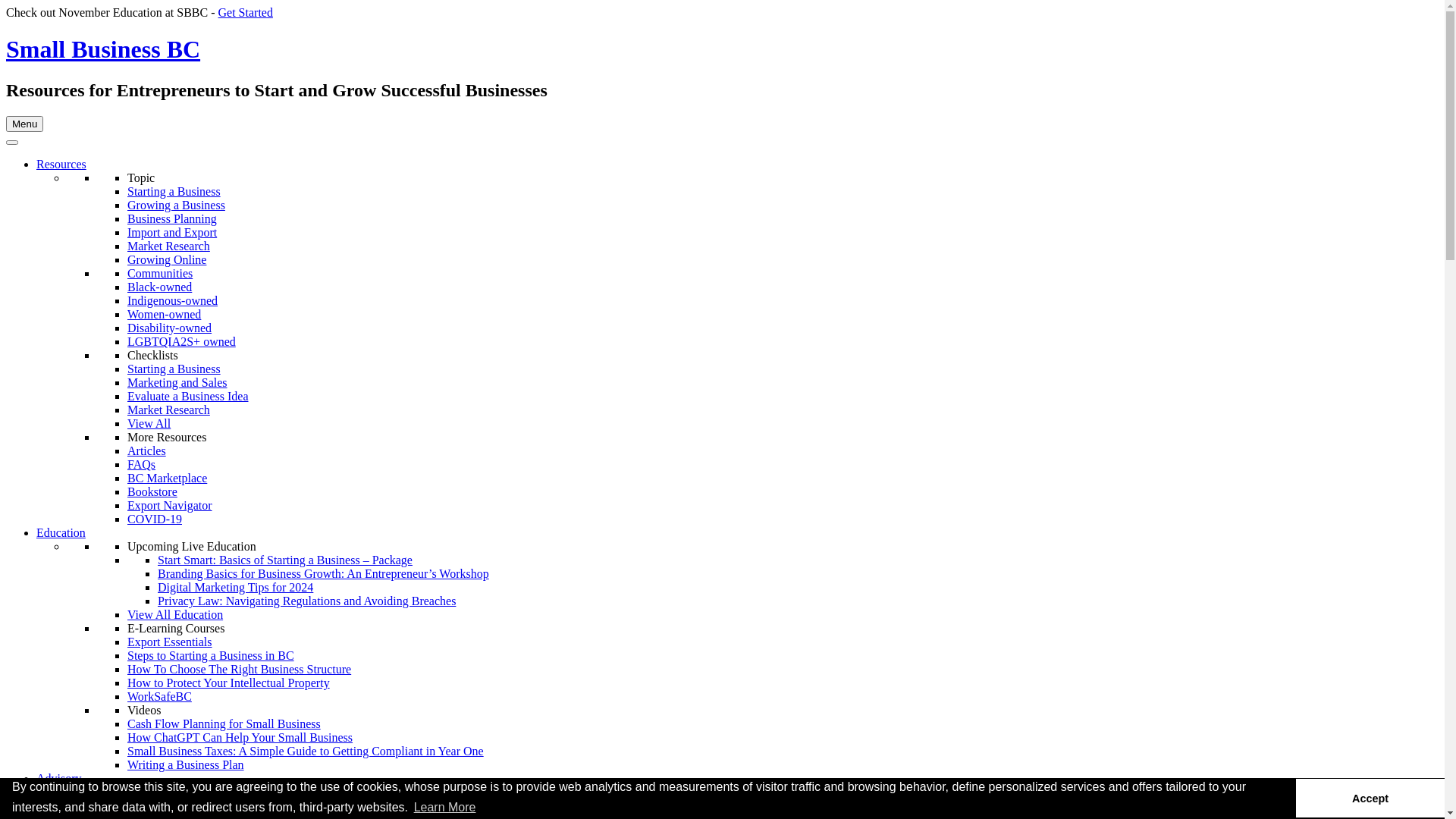 The width and height of the screenshot is (1456, 819). Describe the element at coordinates (239, 736) in the screenshot. I see `'How ChatGPT Can Help Your Small Business'` at that location.